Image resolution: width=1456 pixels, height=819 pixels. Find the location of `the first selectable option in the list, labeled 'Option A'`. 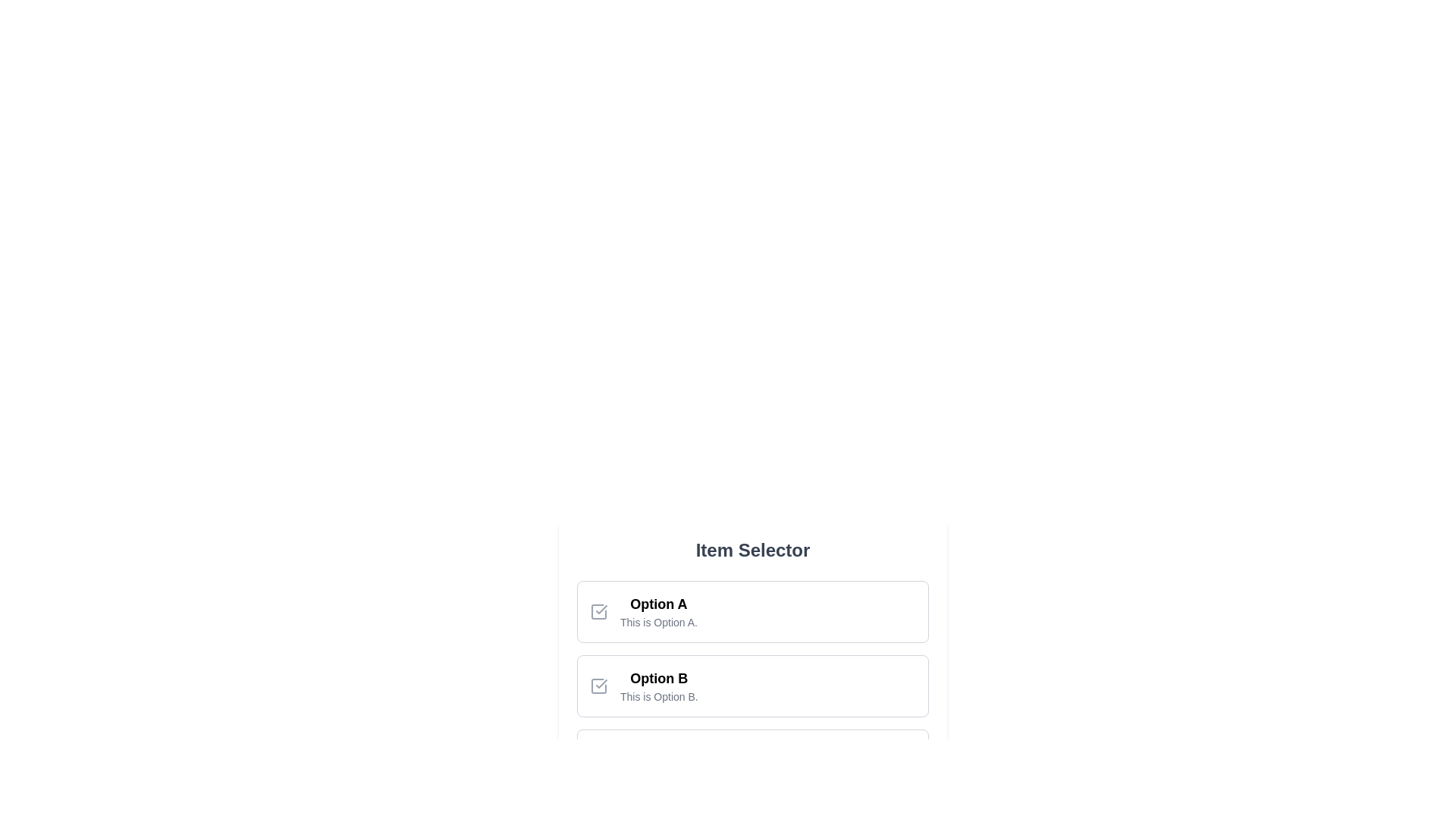

the first selectable option in the list, labeled 'Option A' is located at coordinates (753, 610).